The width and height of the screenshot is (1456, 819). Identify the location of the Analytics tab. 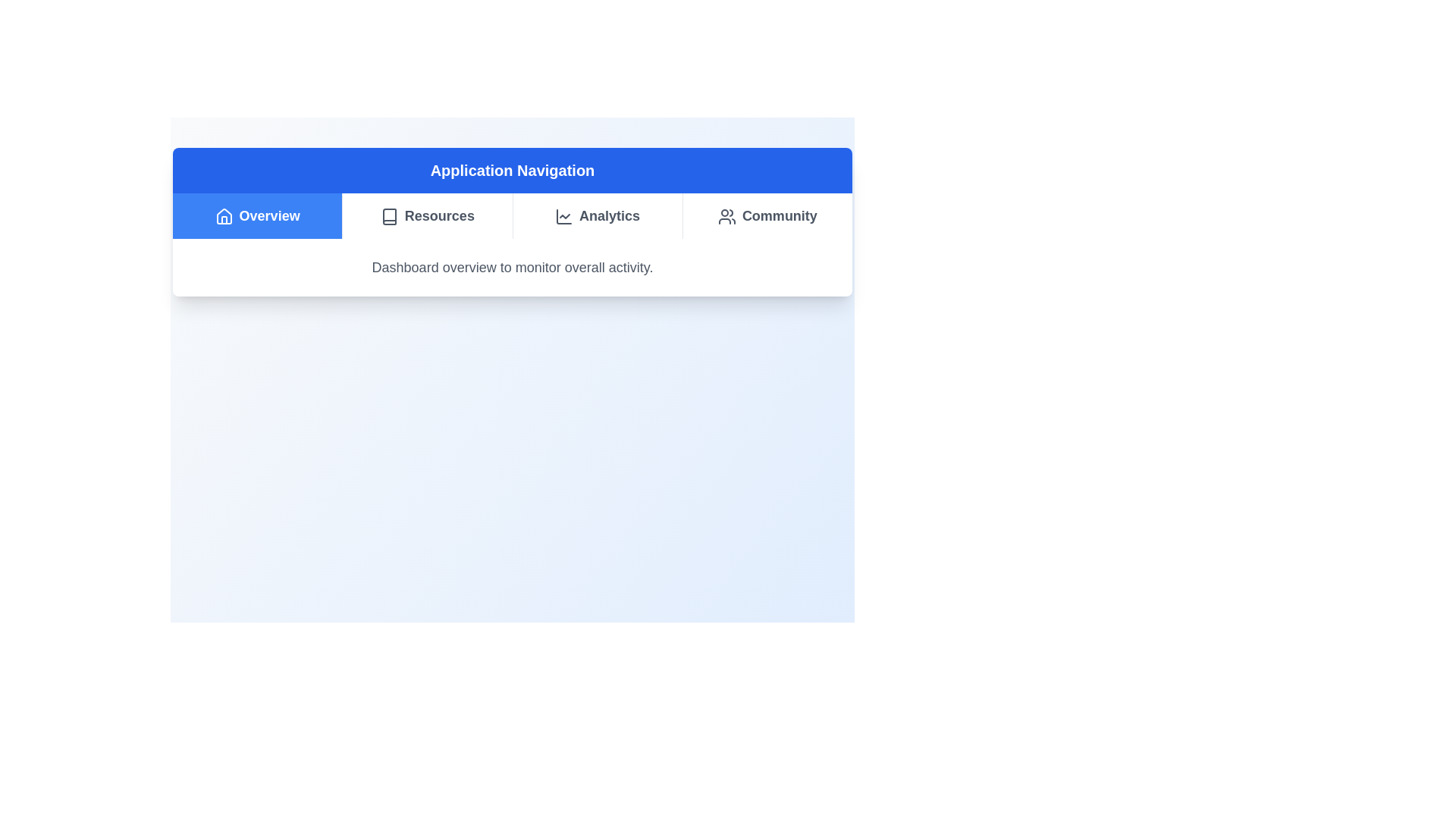
(596, 216).